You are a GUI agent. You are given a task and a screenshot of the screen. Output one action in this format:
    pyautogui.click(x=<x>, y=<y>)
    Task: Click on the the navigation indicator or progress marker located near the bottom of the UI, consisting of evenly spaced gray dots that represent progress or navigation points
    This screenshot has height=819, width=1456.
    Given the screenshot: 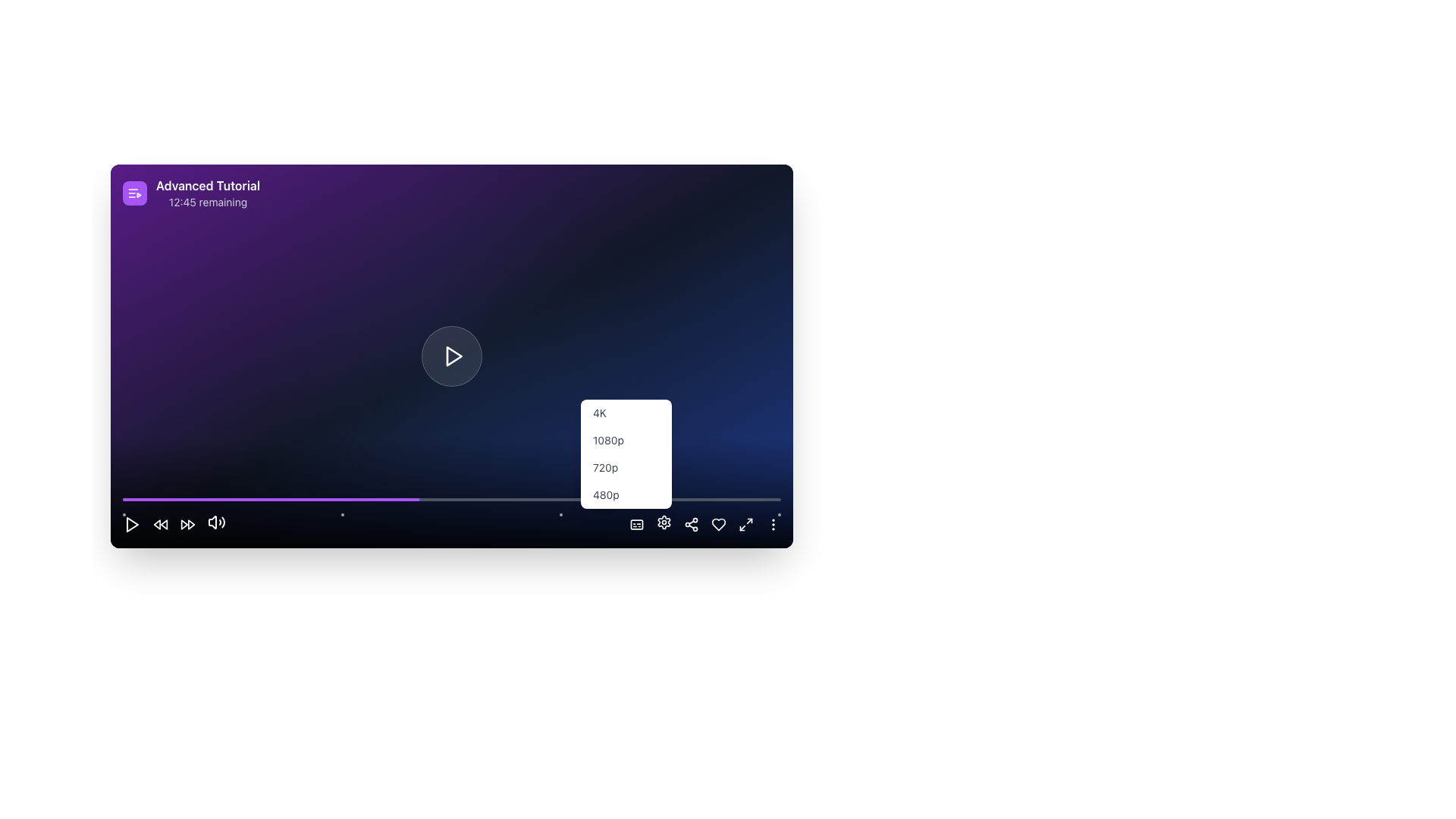 What is the action you would take?
    pyautogui.click(x=450, y=516)
    